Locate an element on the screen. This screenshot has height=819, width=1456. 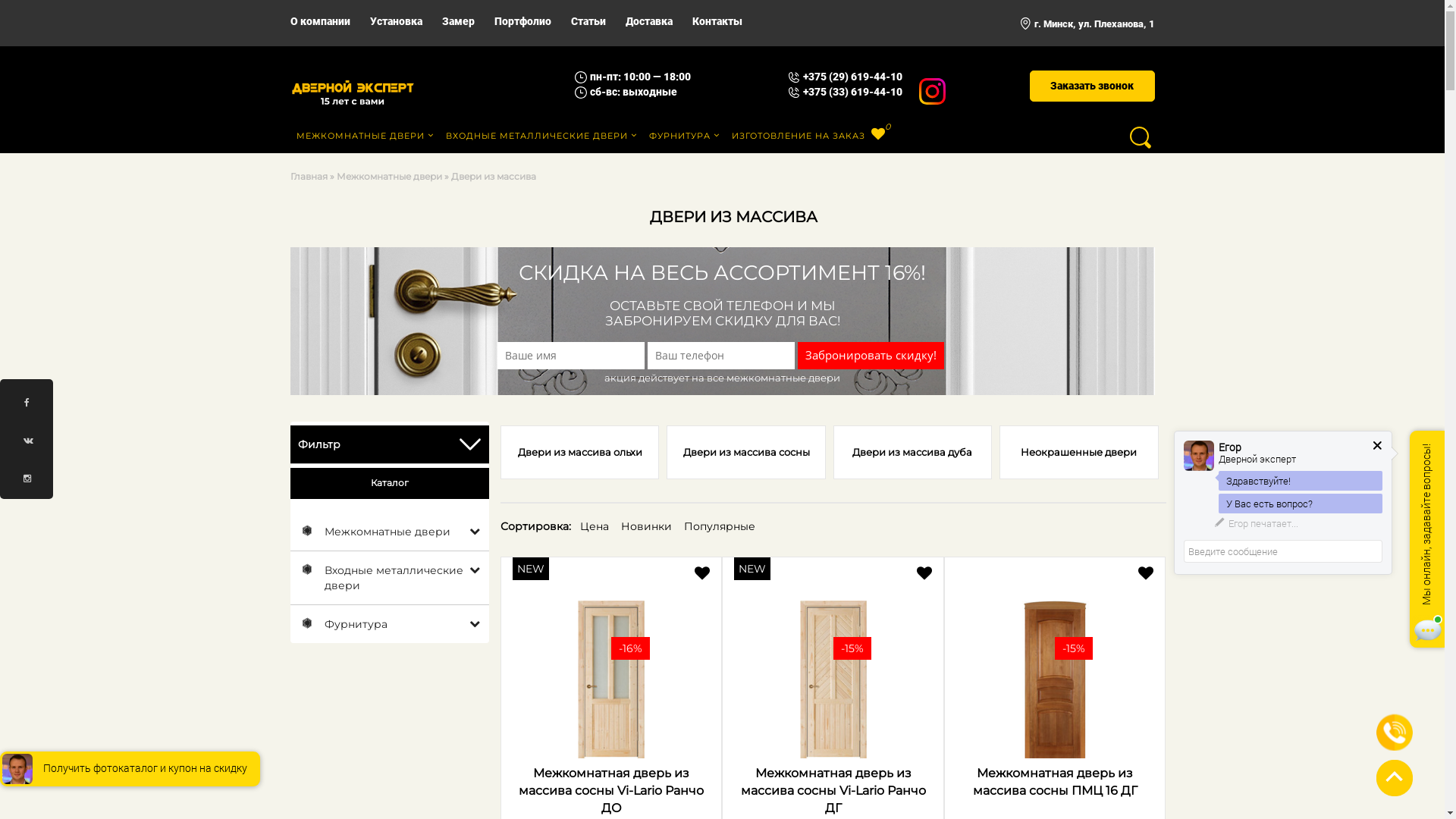
'Instagram' is located at coordinates (931, 85).